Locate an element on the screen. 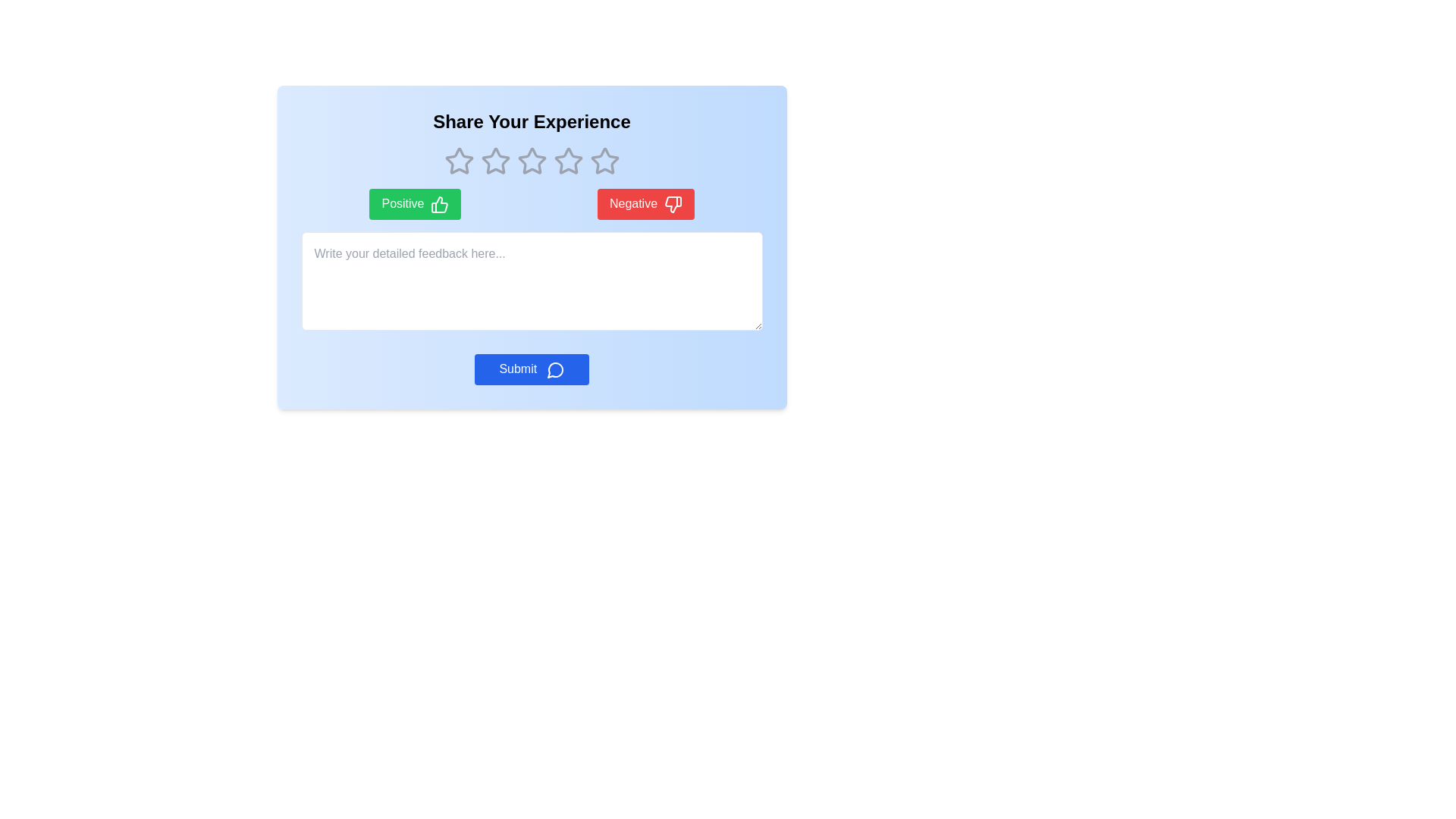  the negative feedback button located below the star icons and to the right of the positive button to register a negative response is located at coordinates (645, 203).